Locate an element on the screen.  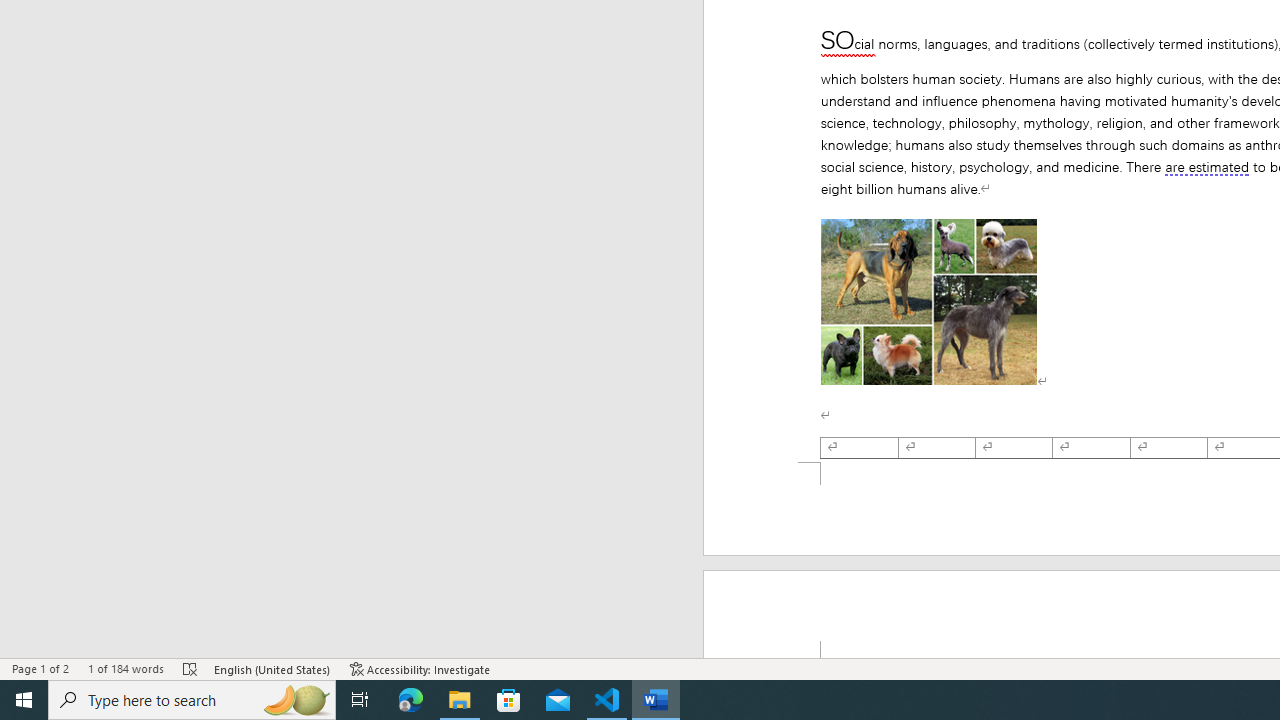
'Morphological variation in six dogs' is located at coordinates (927, 302).